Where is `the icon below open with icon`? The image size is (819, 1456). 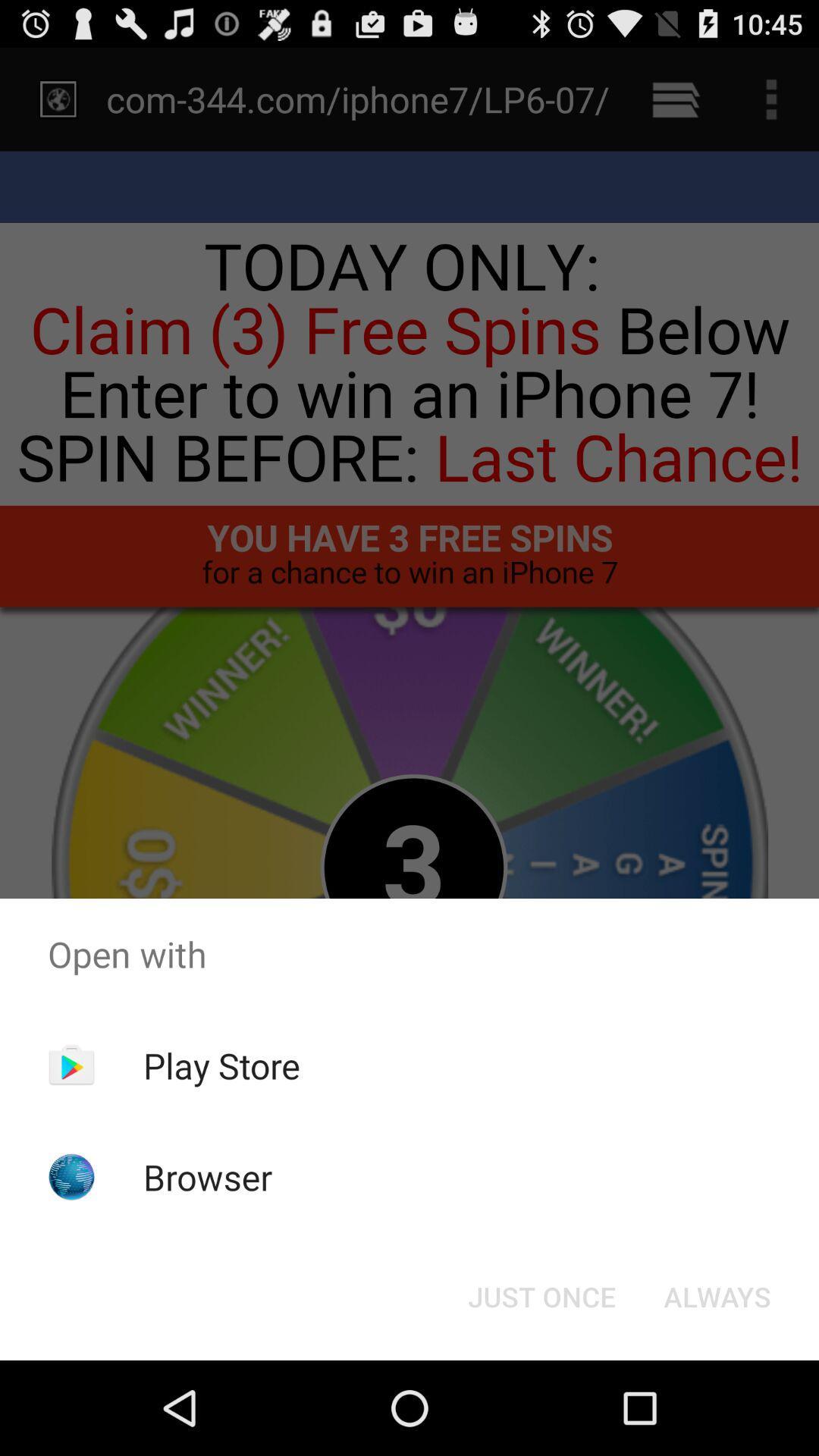 the icon below open with icon is located at coordinates (221, 1065).